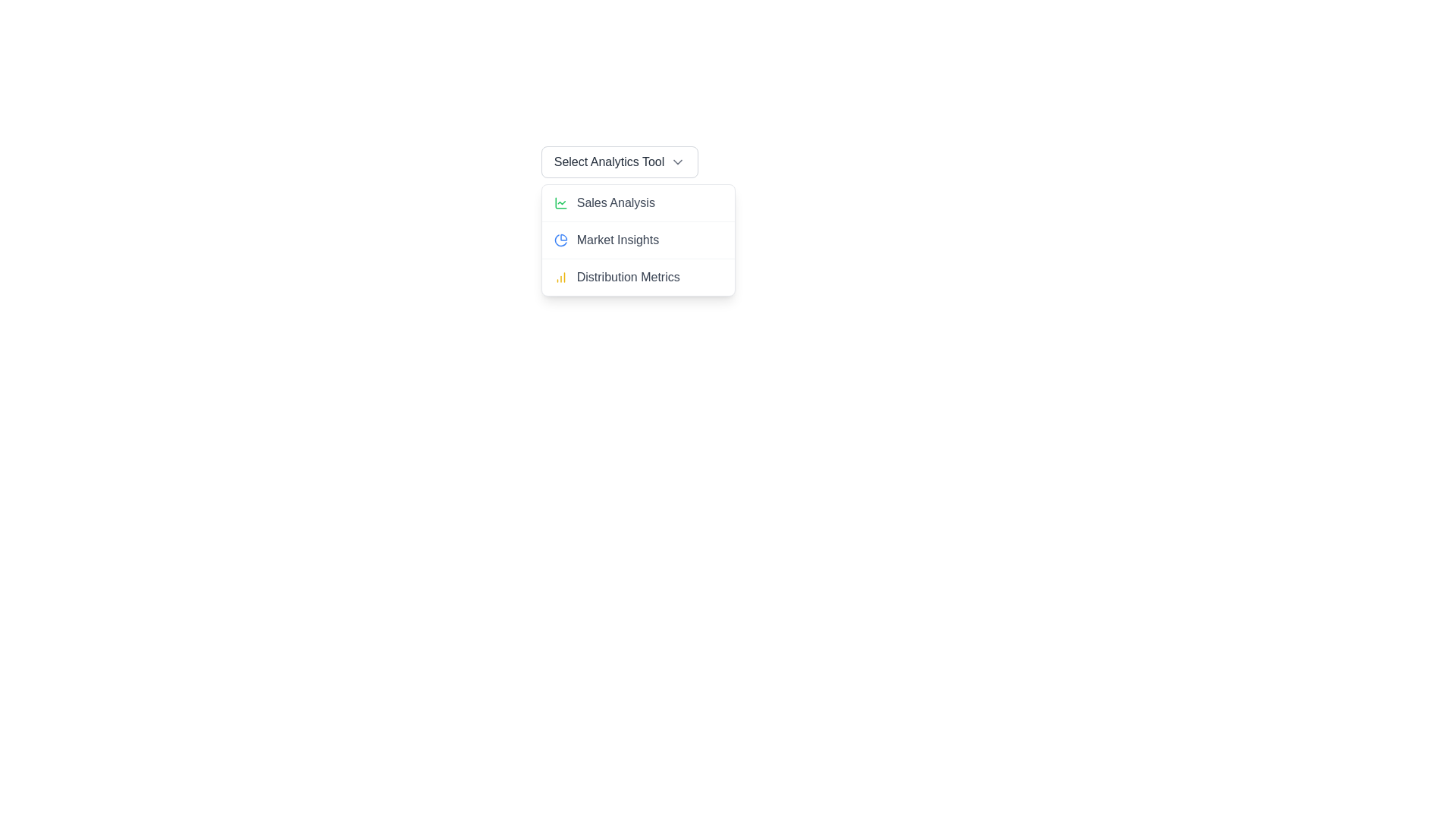 The height and width of the screenshot is (819, 1456). Describe the element at coordinates (638, 239) in the screenshot. I see `the 'Market Insights' option from the dropdown menu, which is the second option listed and is visually distinguished by its blue icon and descriptive text` at that location.